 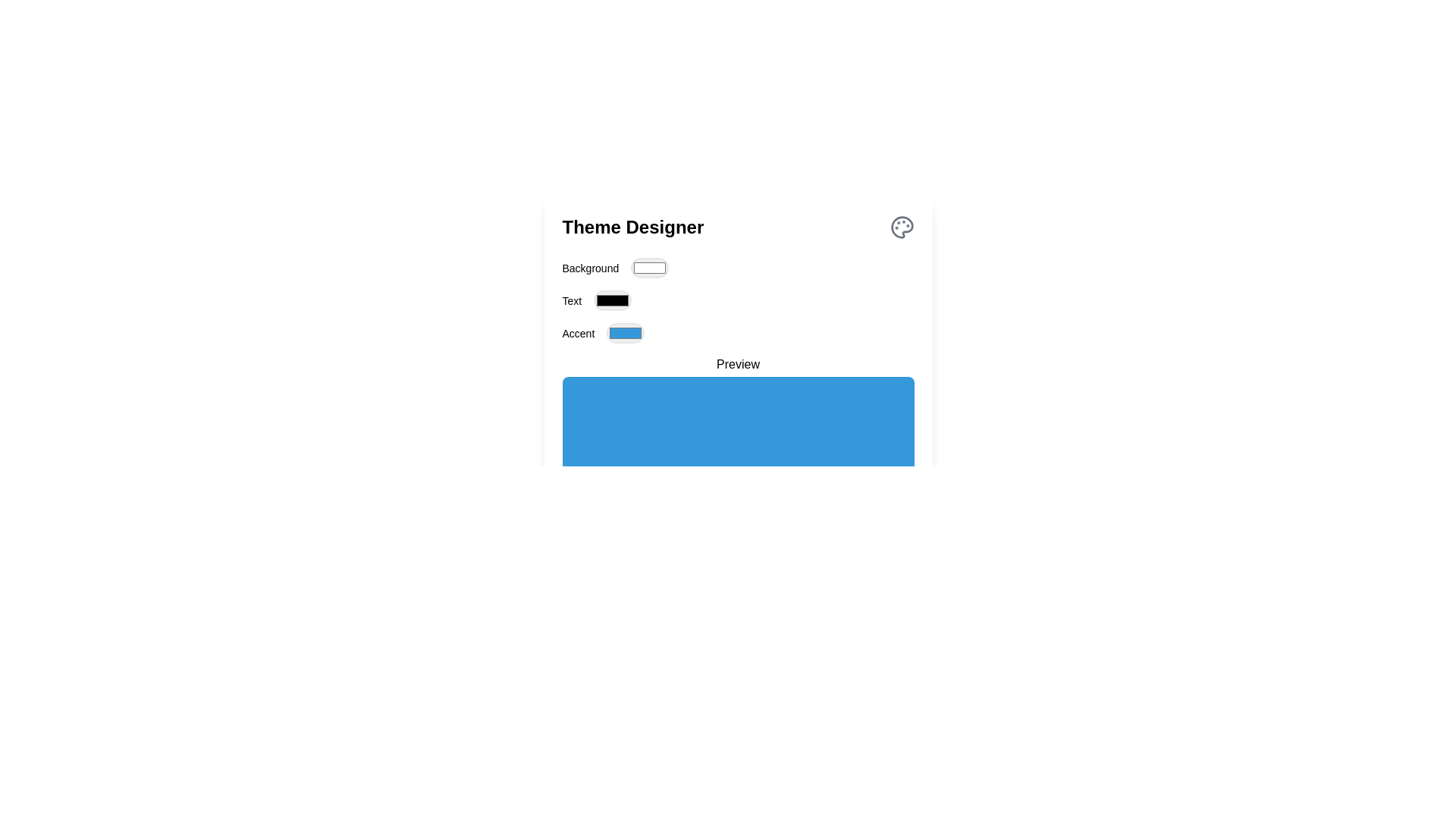 I want to click on the Text Label indicating the 'Text' color for the theme, positioned in the flexbox layout adjacent to the color picker input, so click(x=571, y=300).